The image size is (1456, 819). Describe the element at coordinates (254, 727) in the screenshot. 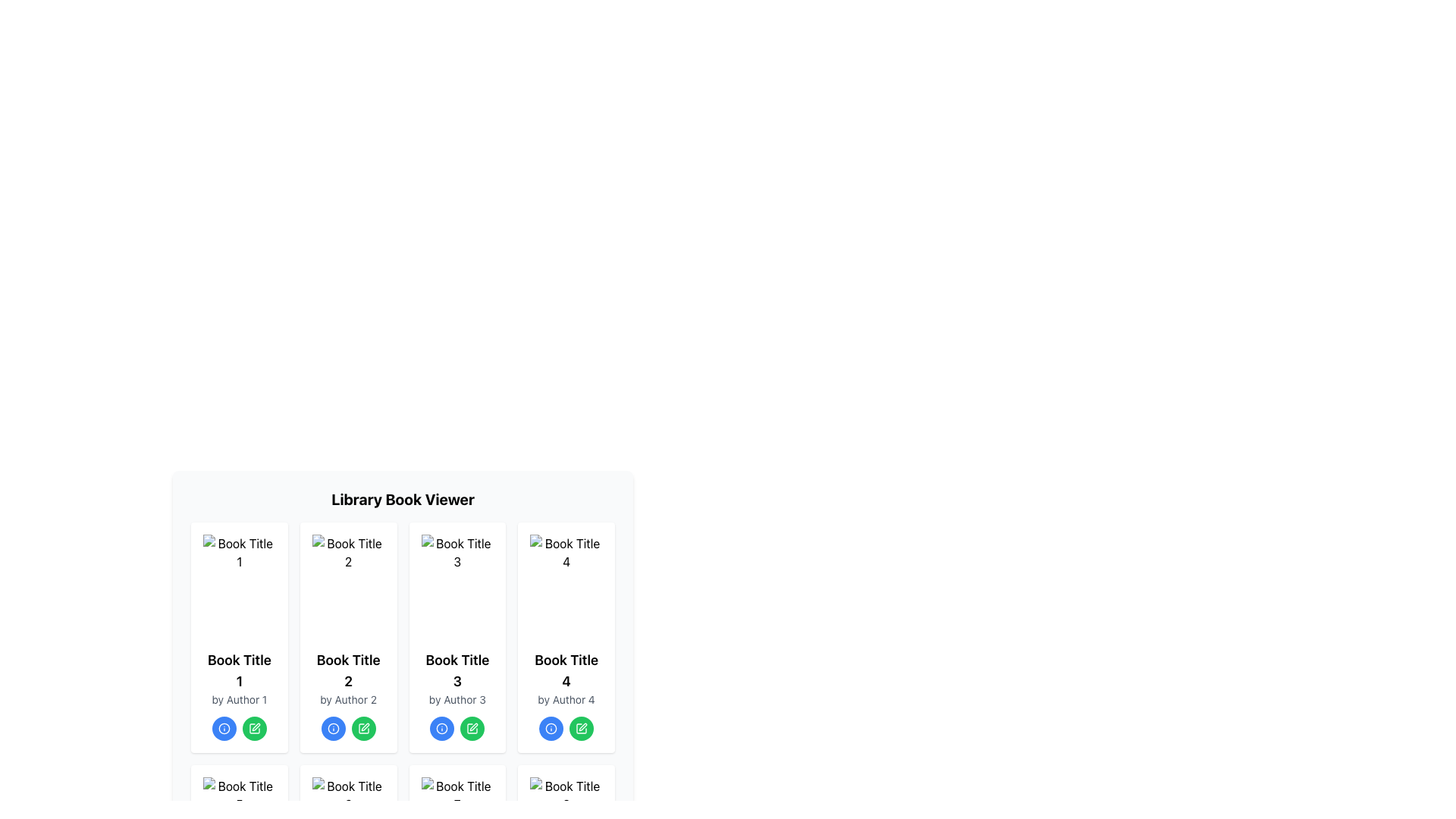

I see `the editing button located under the author details of the first book entry` at that location.